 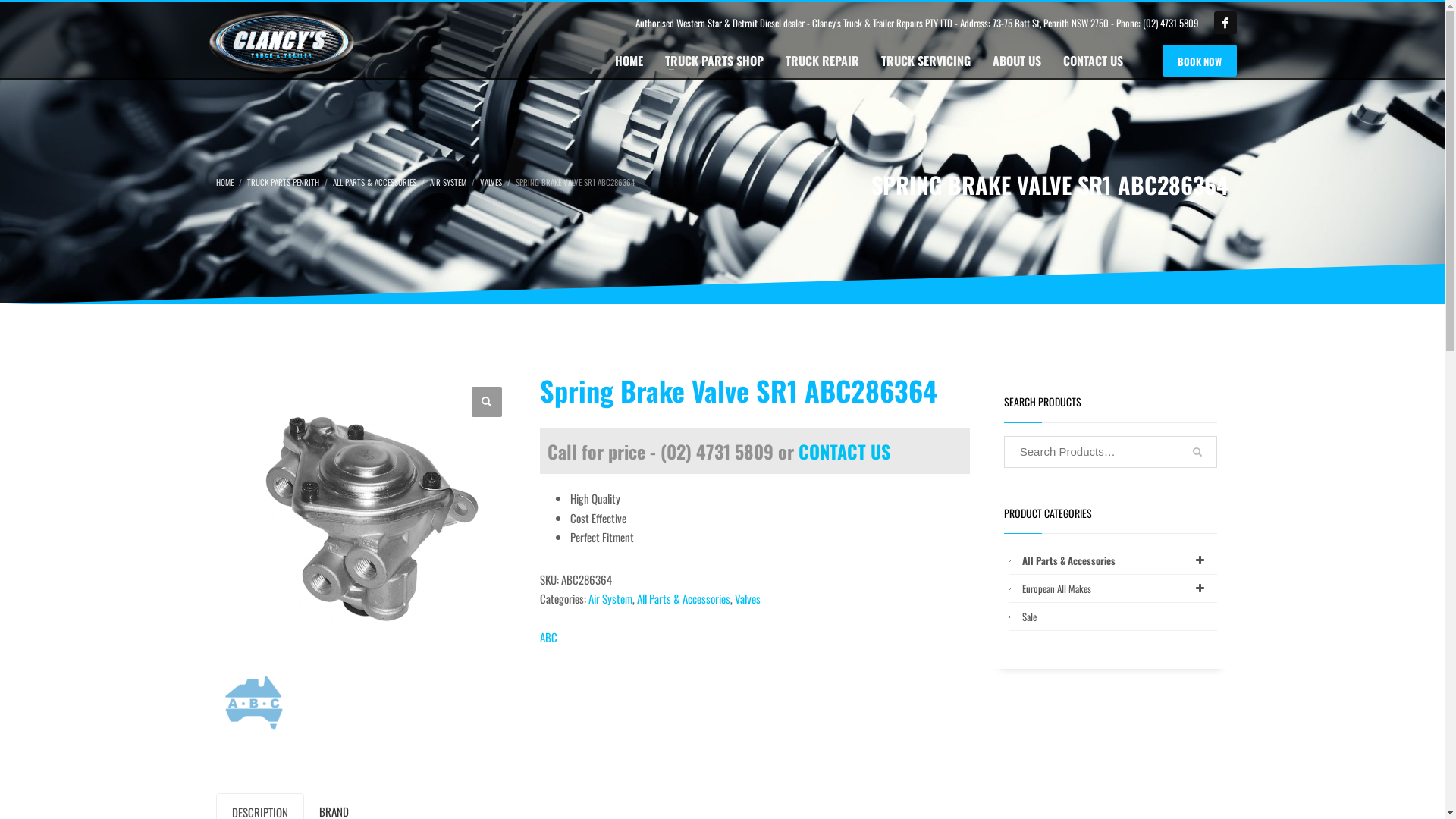 I want to click on 'All Parts & Accessories', so click(x=1117, y=560).